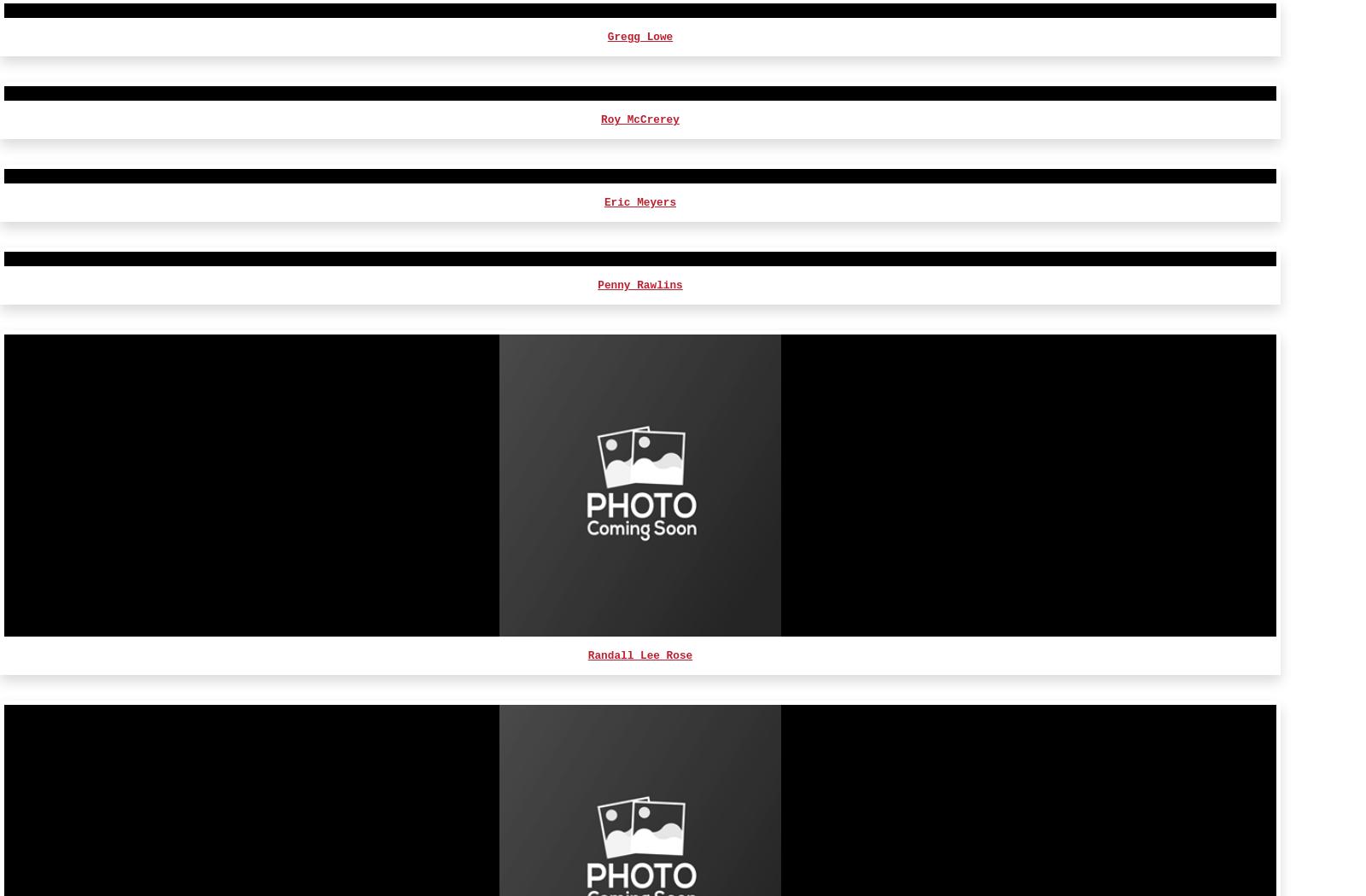 The height and width of the screenshot is (896, 1366). What do you see at coordinates (639, 173) in the screenshot?
I see `'Devora Wilde'` at bounding box center [639, 173].